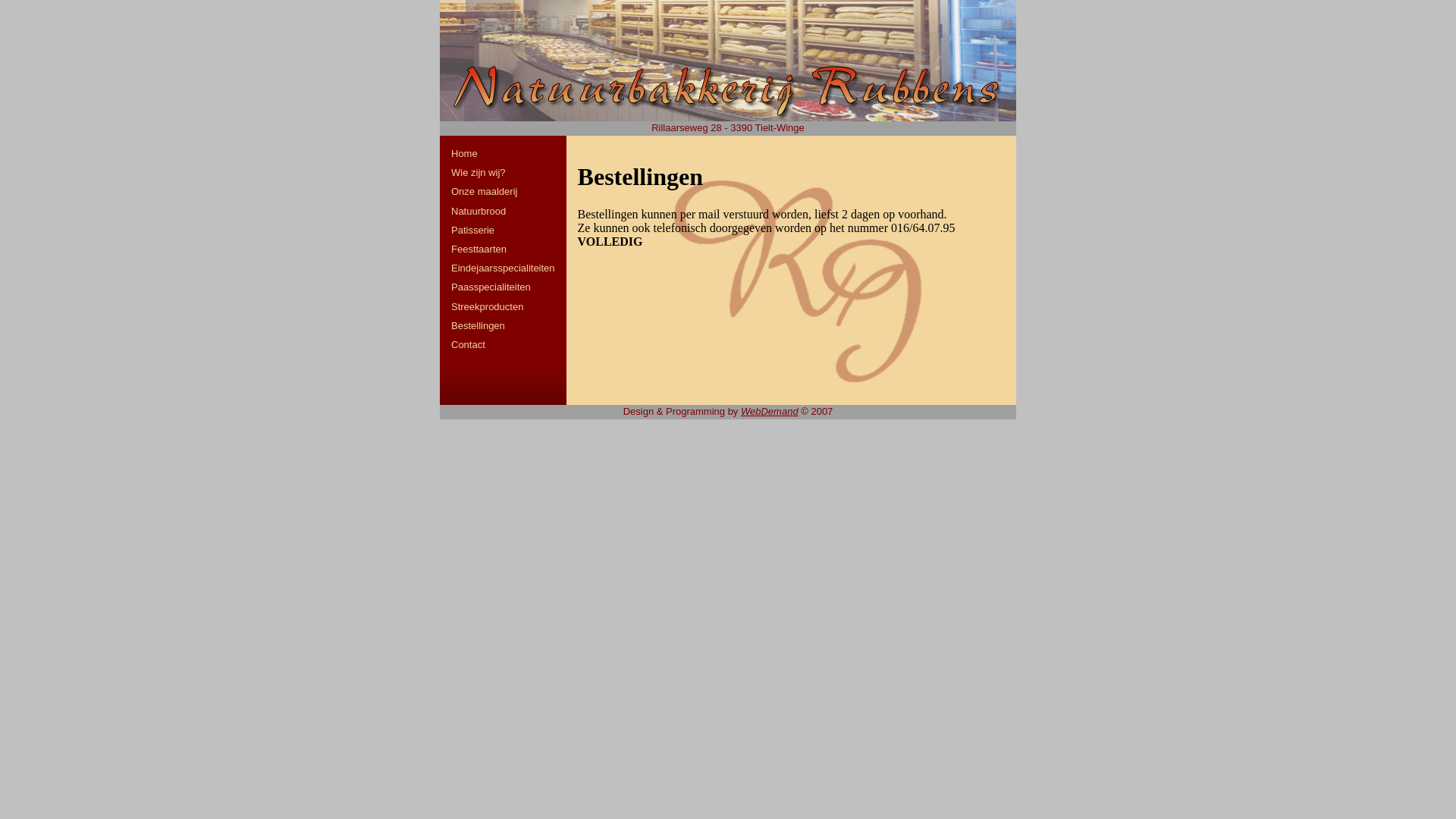 This screenshot has height=819, width=1456. Describe the element at coordinates (728, 60) in the screenshot. I see `'Home'` at that location.